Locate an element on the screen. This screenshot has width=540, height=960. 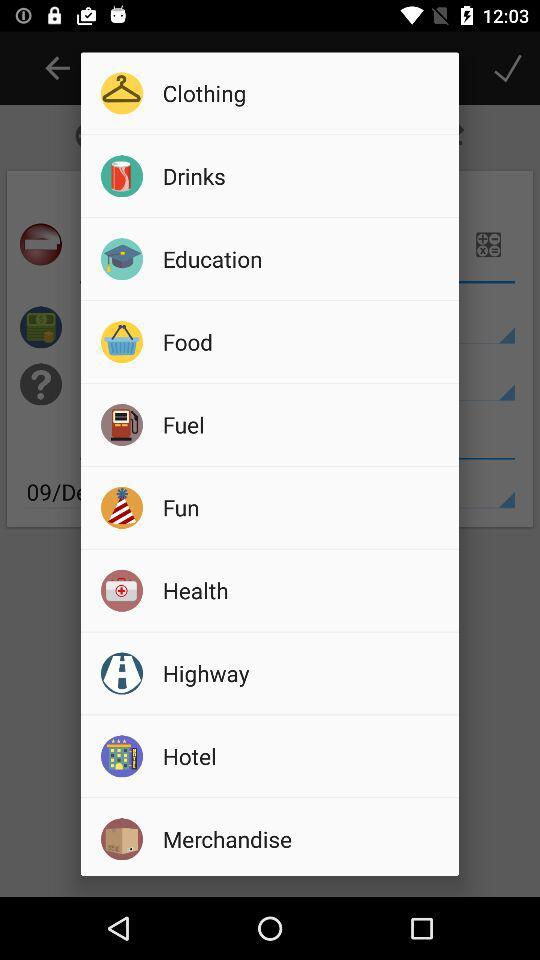
icon below the fuel item is located at coordinates (303, 506).